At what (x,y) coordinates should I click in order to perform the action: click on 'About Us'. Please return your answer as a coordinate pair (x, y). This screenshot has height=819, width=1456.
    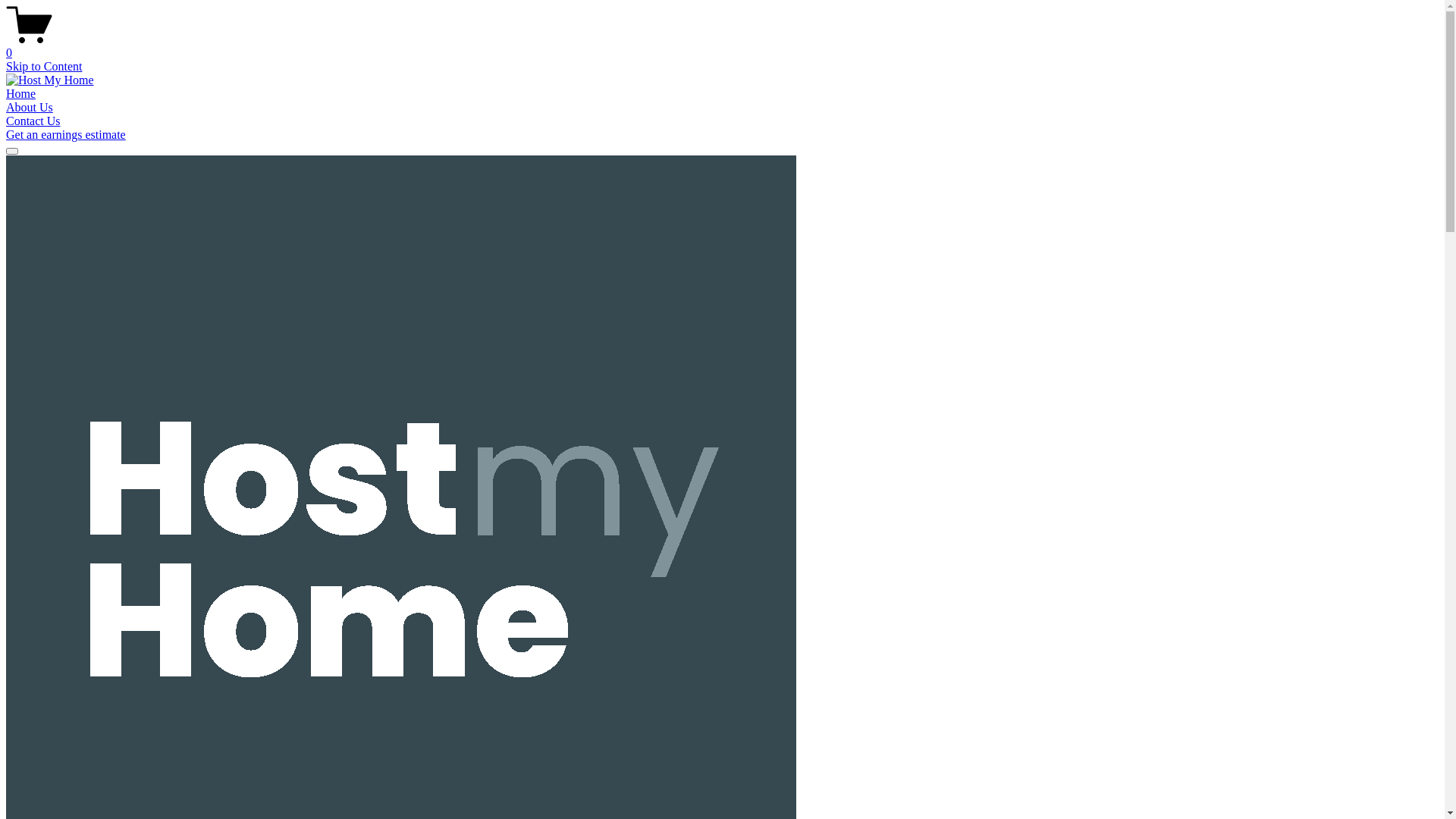
    Looking at the image, I should click on (6, 106).